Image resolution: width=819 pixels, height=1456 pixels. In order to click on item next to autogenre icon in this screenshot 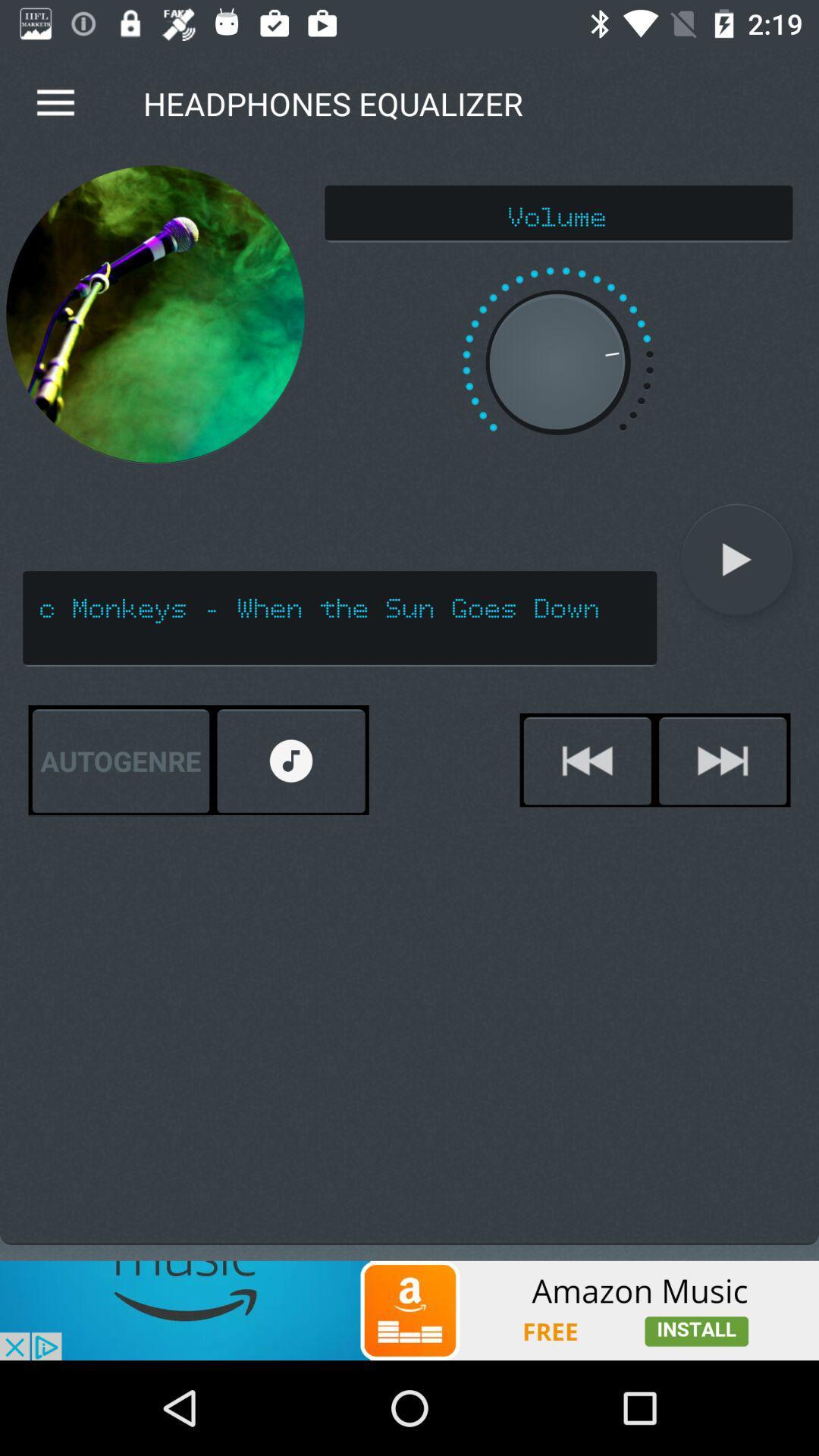, I will do `click(291, 761)`.